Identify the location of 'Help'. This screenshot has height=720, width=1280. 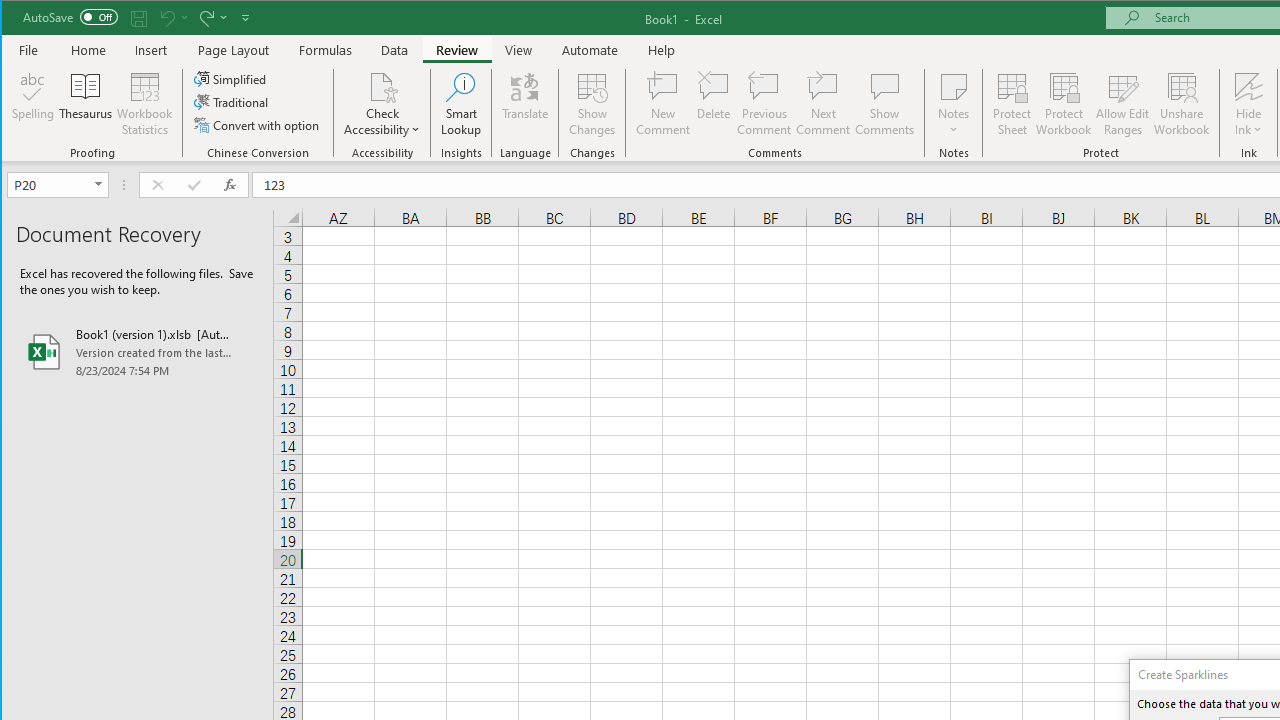
(661, 49).